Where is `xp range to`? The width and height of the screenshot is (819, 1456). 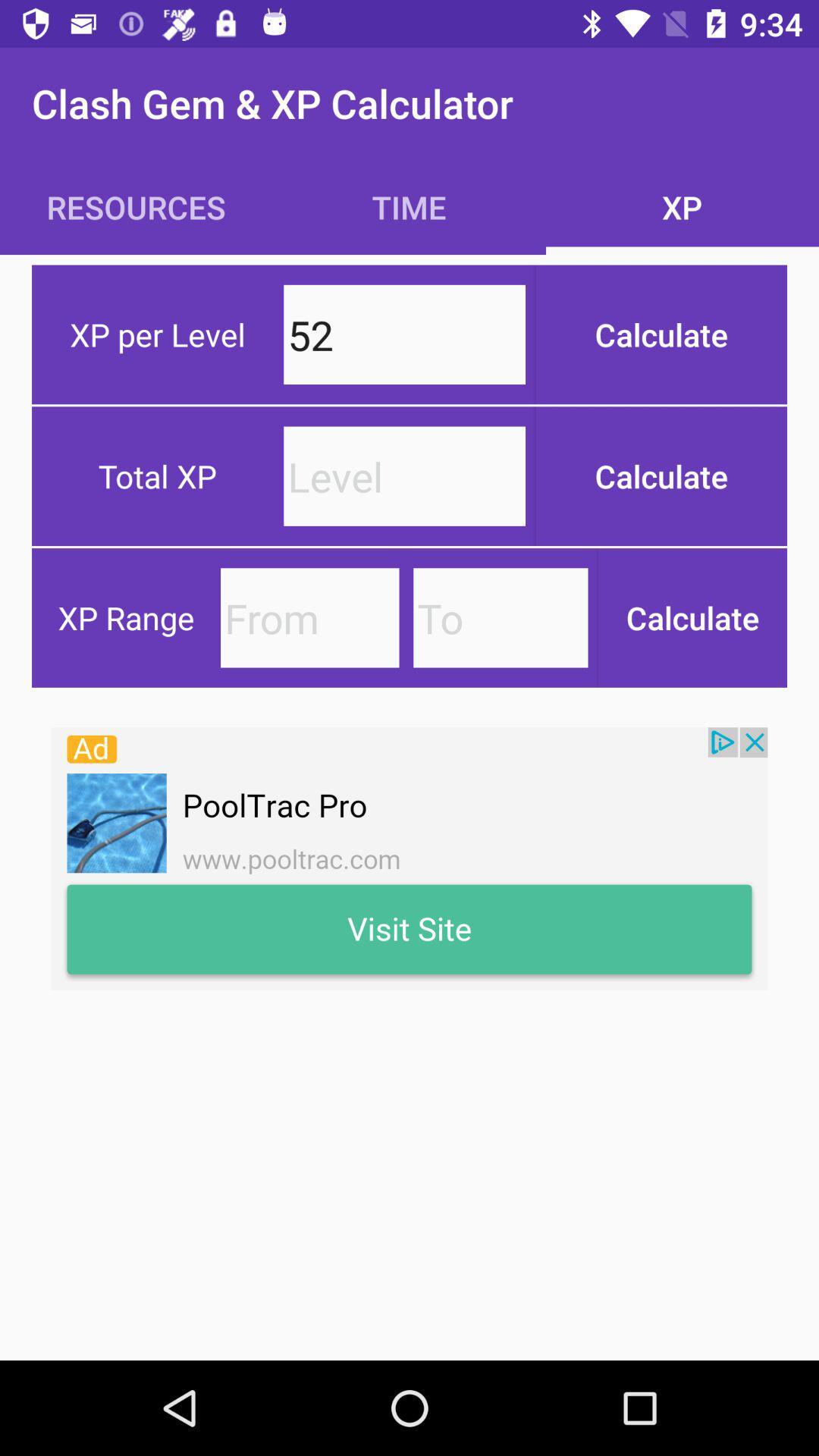 xp range to is located at coordinates (500, 617).